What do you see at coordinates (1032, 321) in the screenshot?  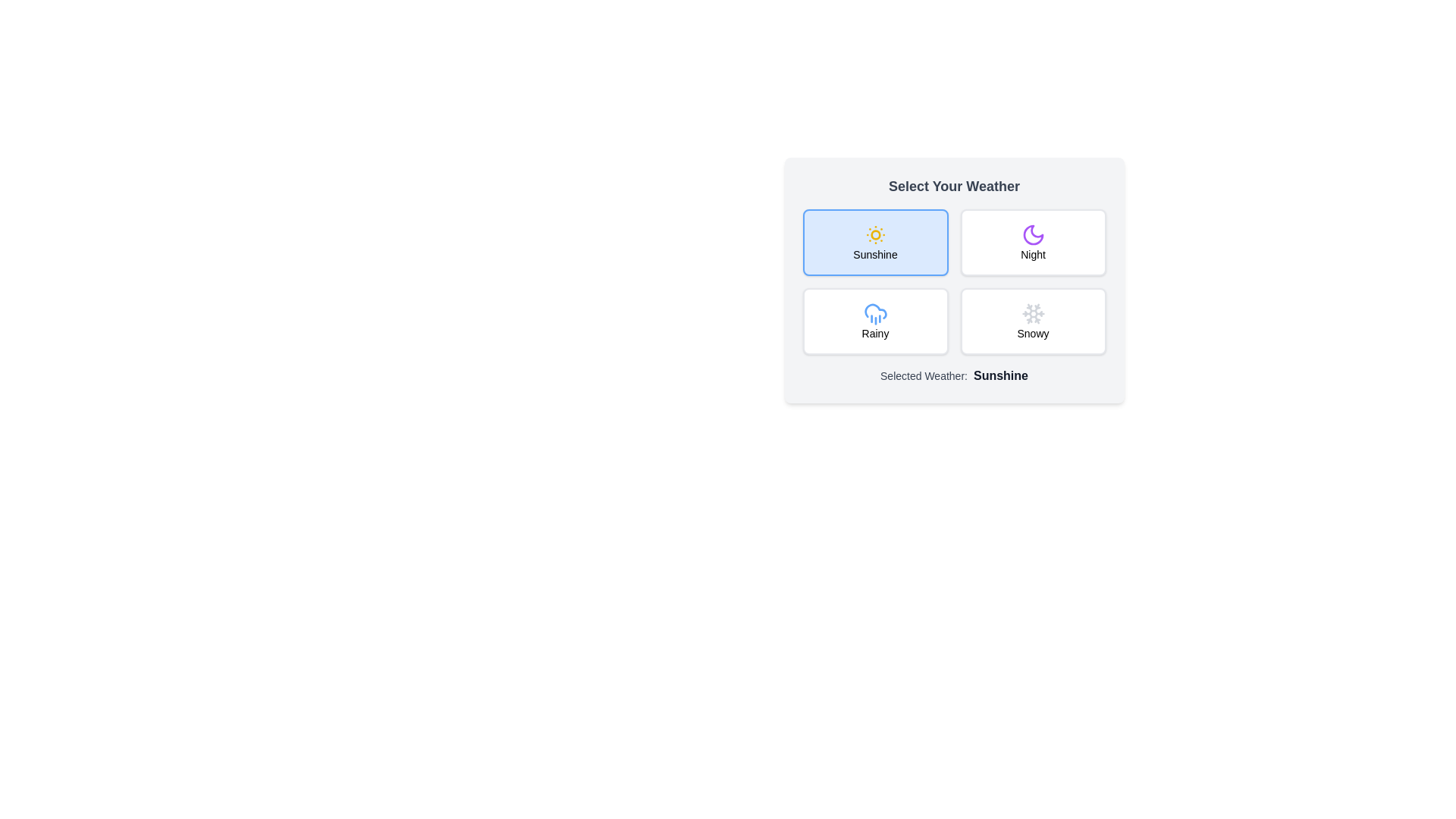 I see `the weather option Snowy by clicking its respective button` at bounding box center [1032, 321].